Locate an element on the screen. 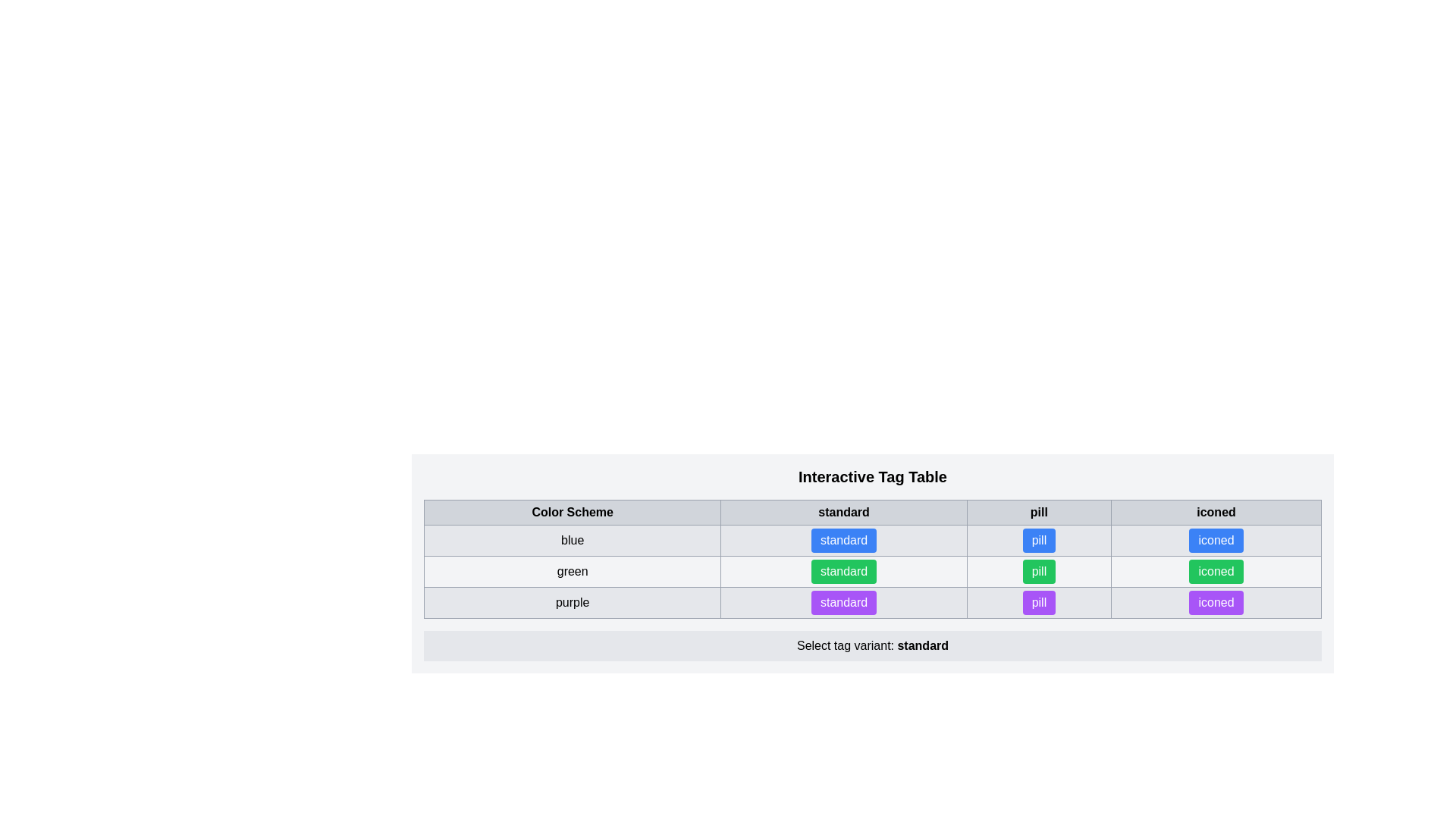 This screenshot has width=1456, height=819. the button labeled 'iconed' with a purple background located in the bottom-right cell of the 'Interactive Tag Table' is located at coordinates (1216, 601).